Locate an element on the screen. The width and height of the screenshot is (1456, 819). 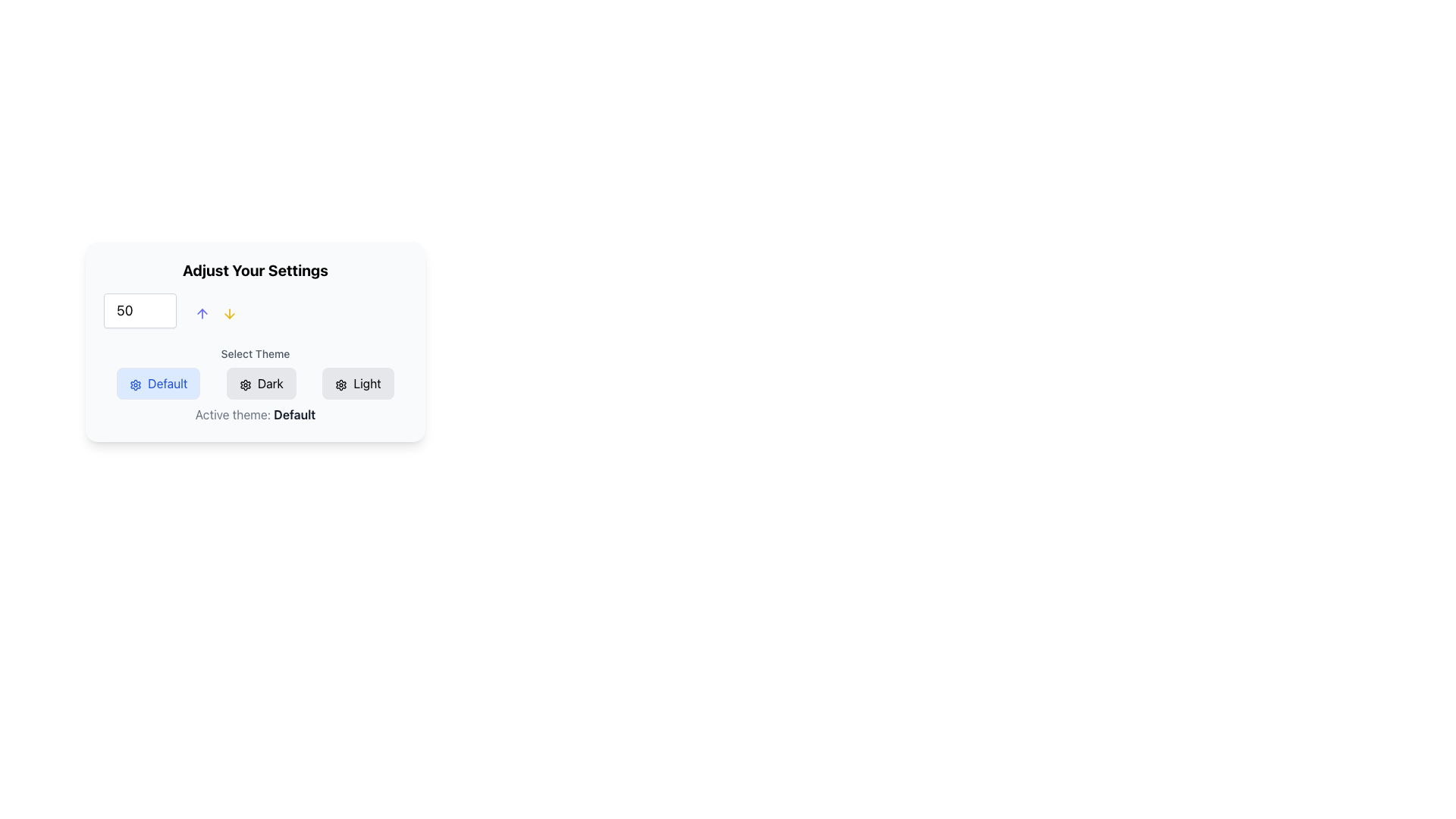
the middle button labeled 'Dark' with a gear icon is located at coordinates (255, 382).